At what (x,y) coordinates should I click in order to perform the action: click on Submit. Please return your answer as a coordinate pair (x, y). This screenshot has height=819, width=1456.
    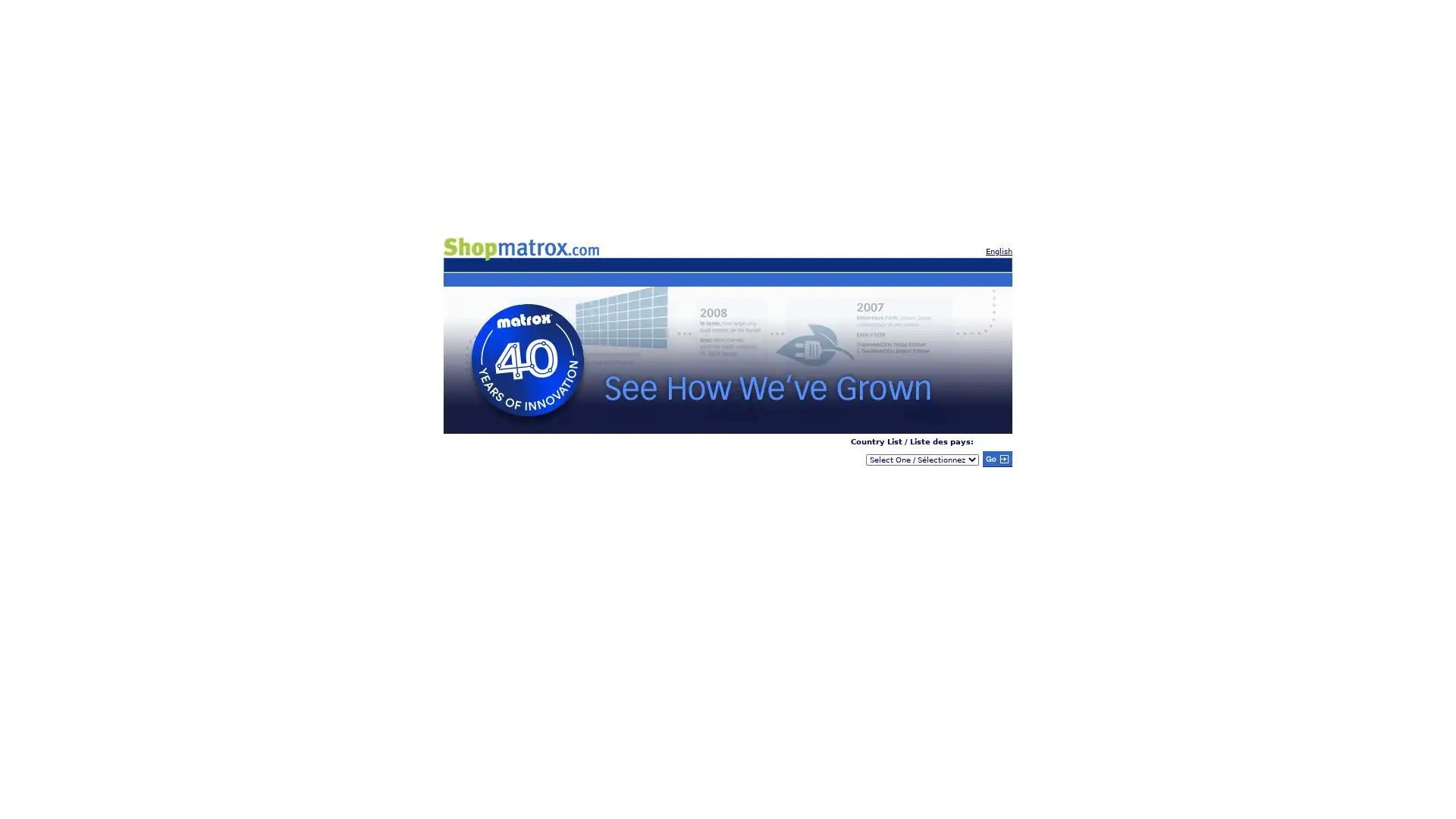
    Looking at the image, I should click on (997, 458).